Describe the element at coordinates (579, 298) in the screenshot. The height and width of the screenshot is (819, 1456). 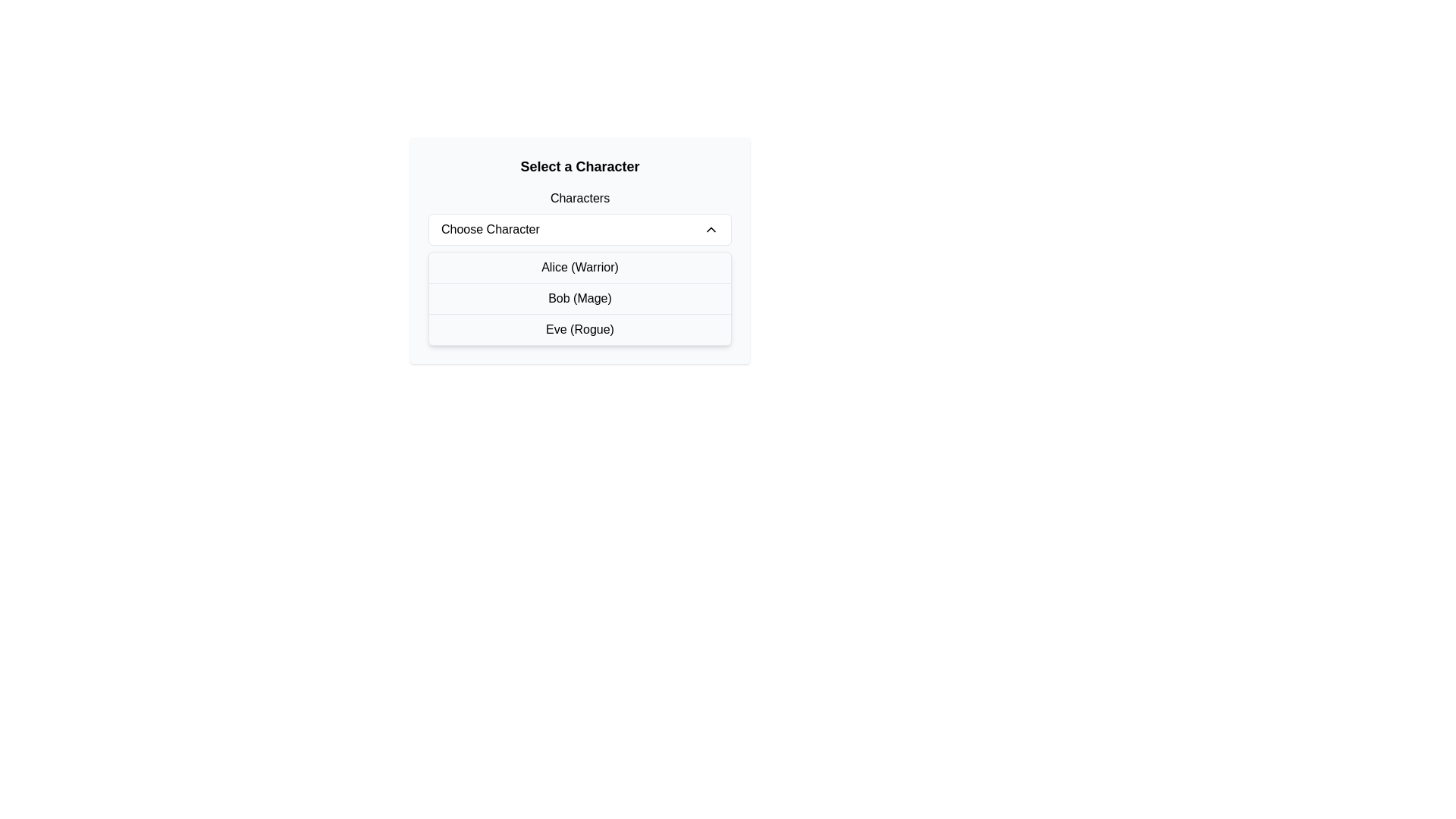
I see `a list item in the List box with selectable items located below the 'Choose Character' button in the 'Select a Character' pop-up panel` at that location.